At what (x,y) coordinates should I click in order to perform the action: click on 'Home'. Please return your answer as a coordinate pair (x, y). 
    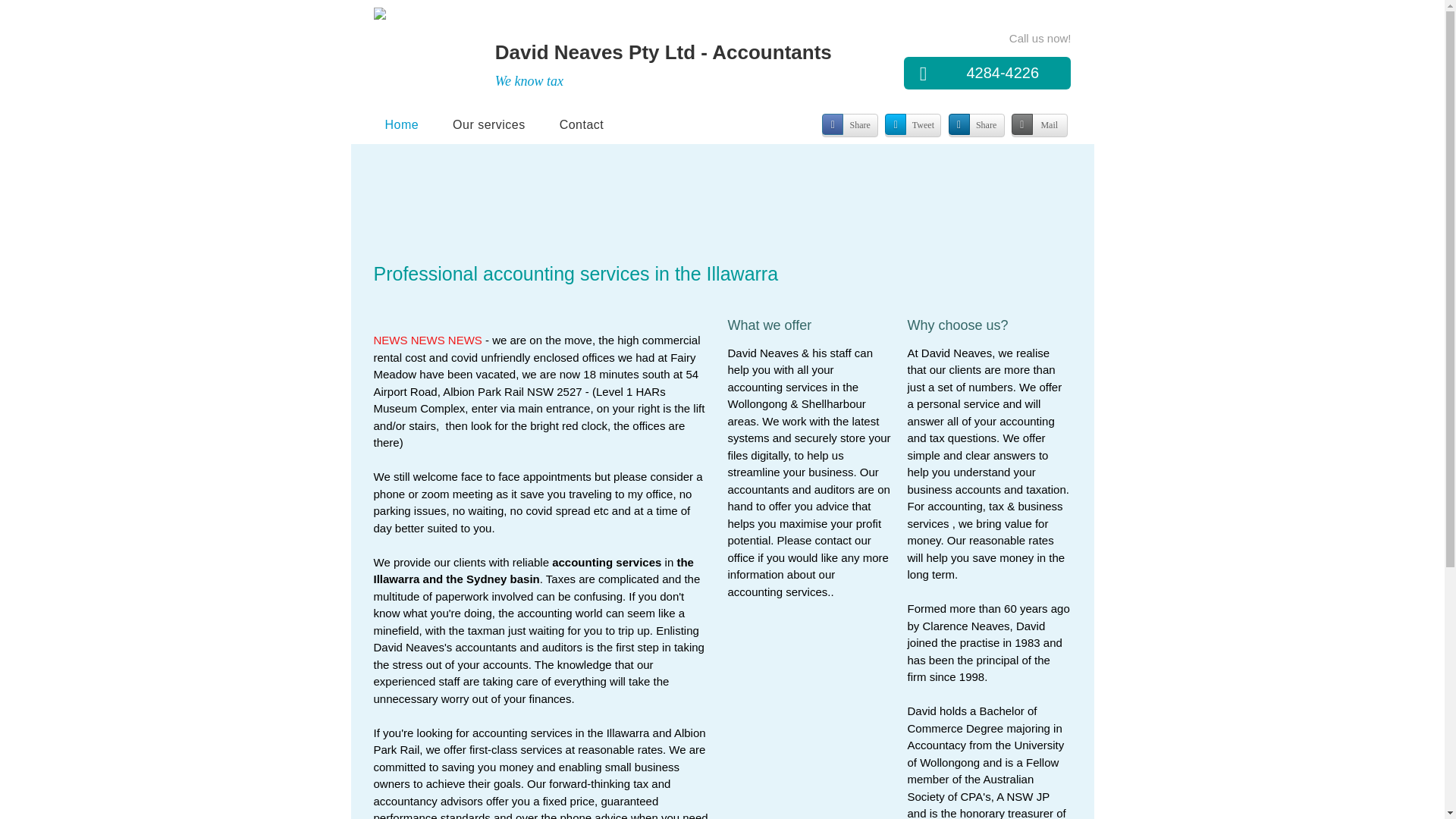
    Looking at the image, I should click on (372, 124).